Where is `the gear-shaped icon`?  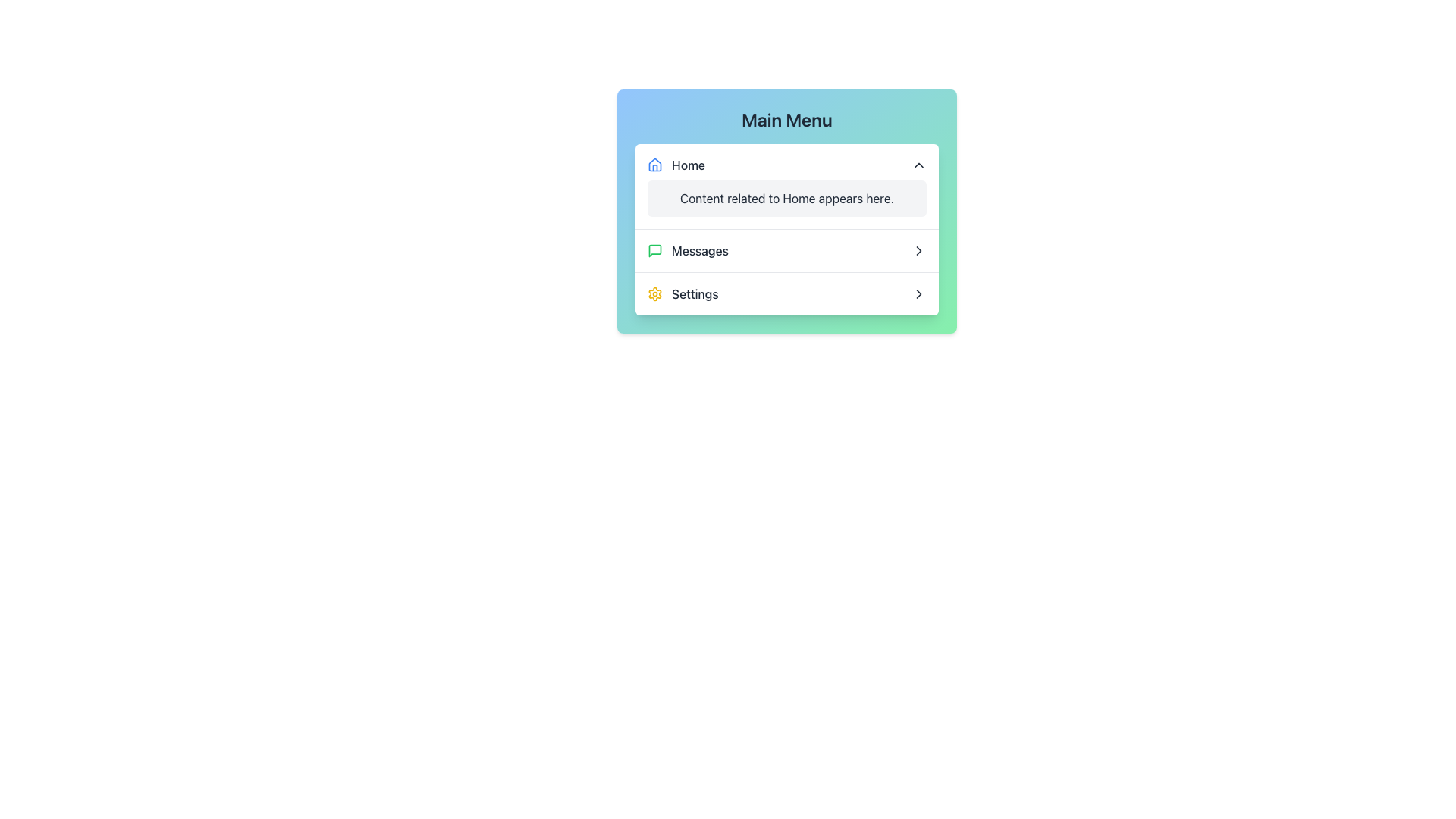
the gear-shaped icon is located at coordinates (655, 294).